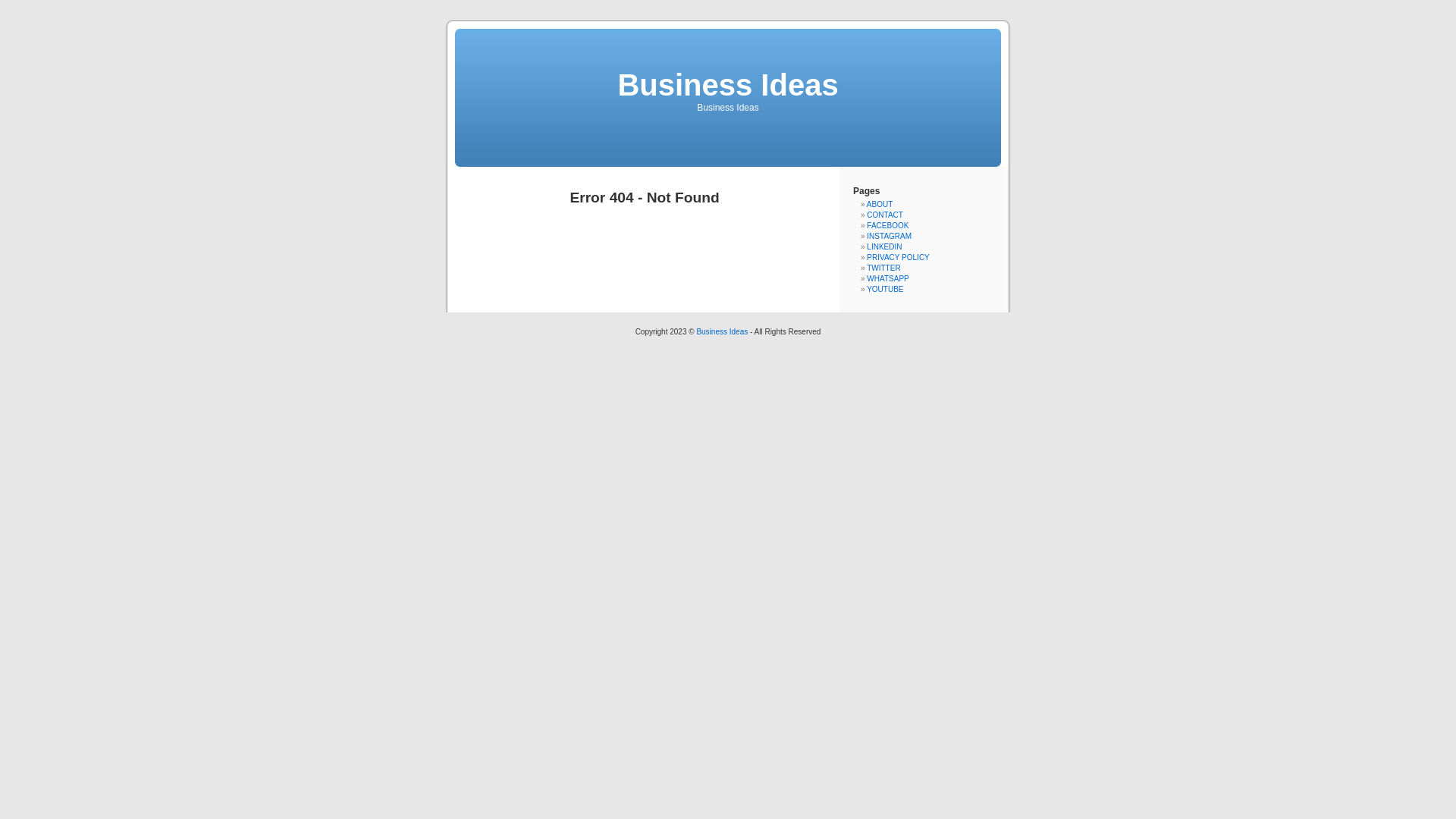 The height and width of the screenshot is (819, 1456). I want to click on 'TWITTER', so click(883, 267).